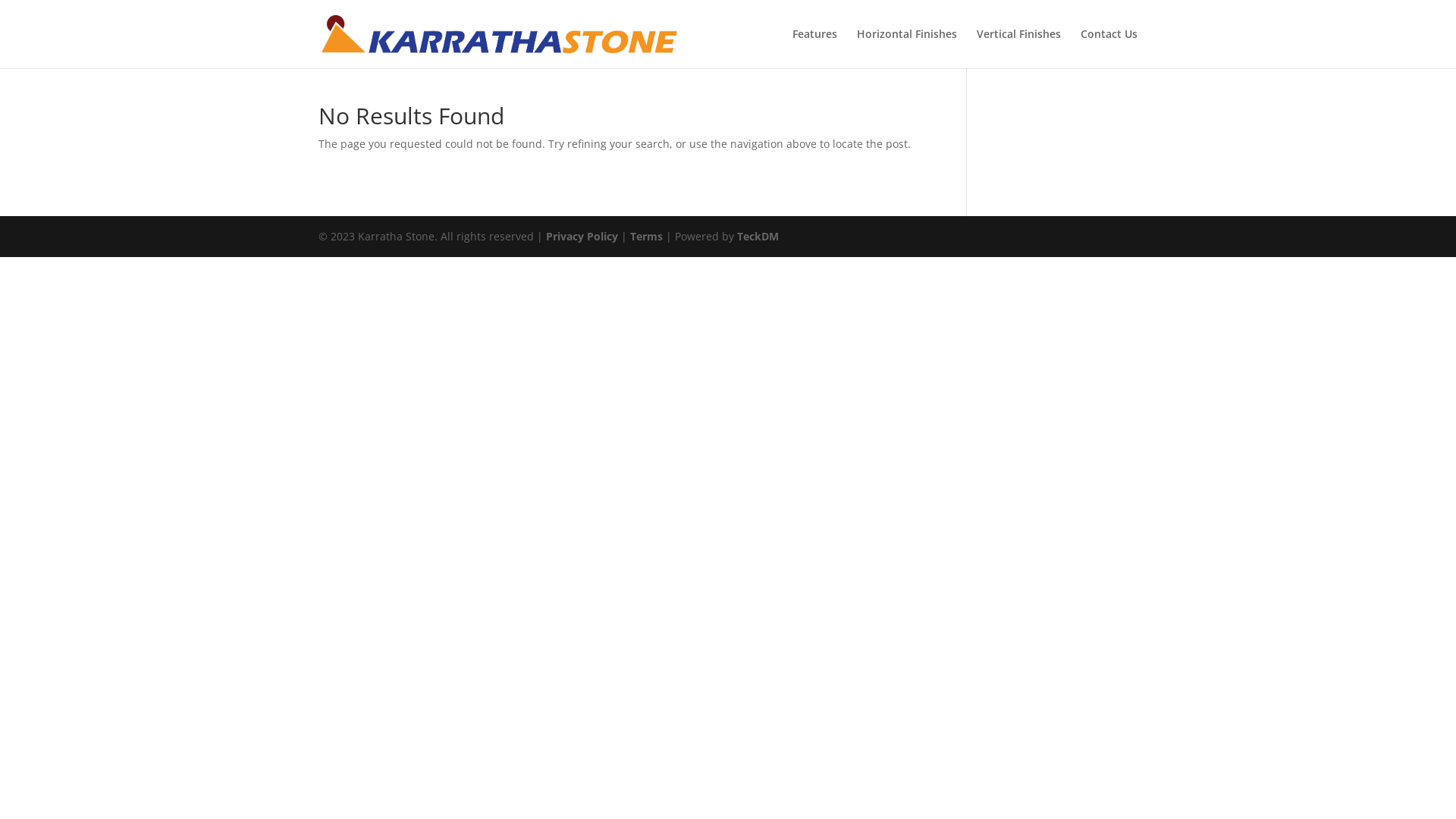 Image resolution: width=1456 pixels, height=819 pixels. Describe the element at coordinates (581, 236) in the screenshot. I see `'Privacy Policy'` at that location.